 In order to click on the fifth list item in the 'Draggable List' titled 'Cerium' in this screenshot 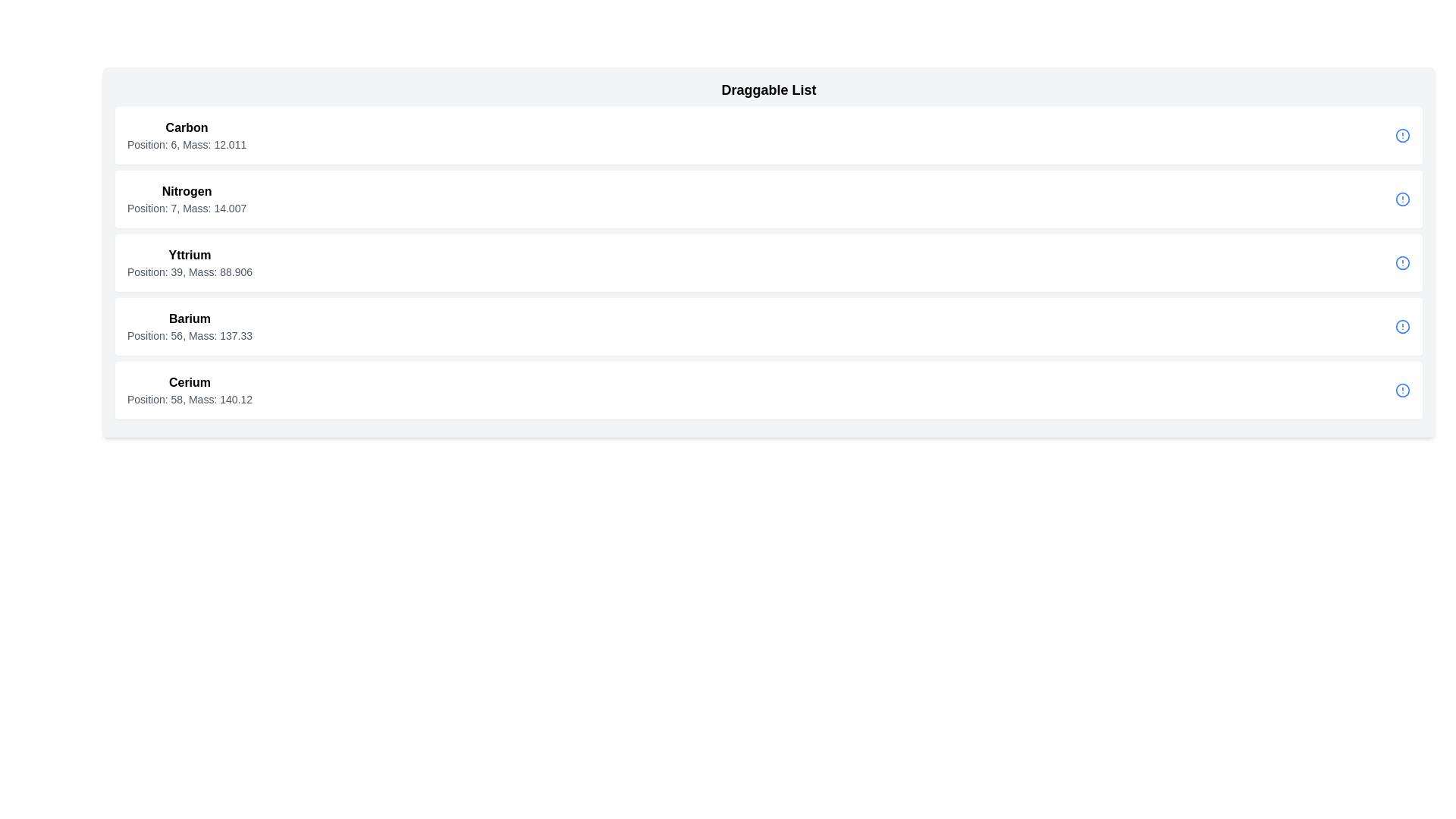, I will do `click(768, 390)`.